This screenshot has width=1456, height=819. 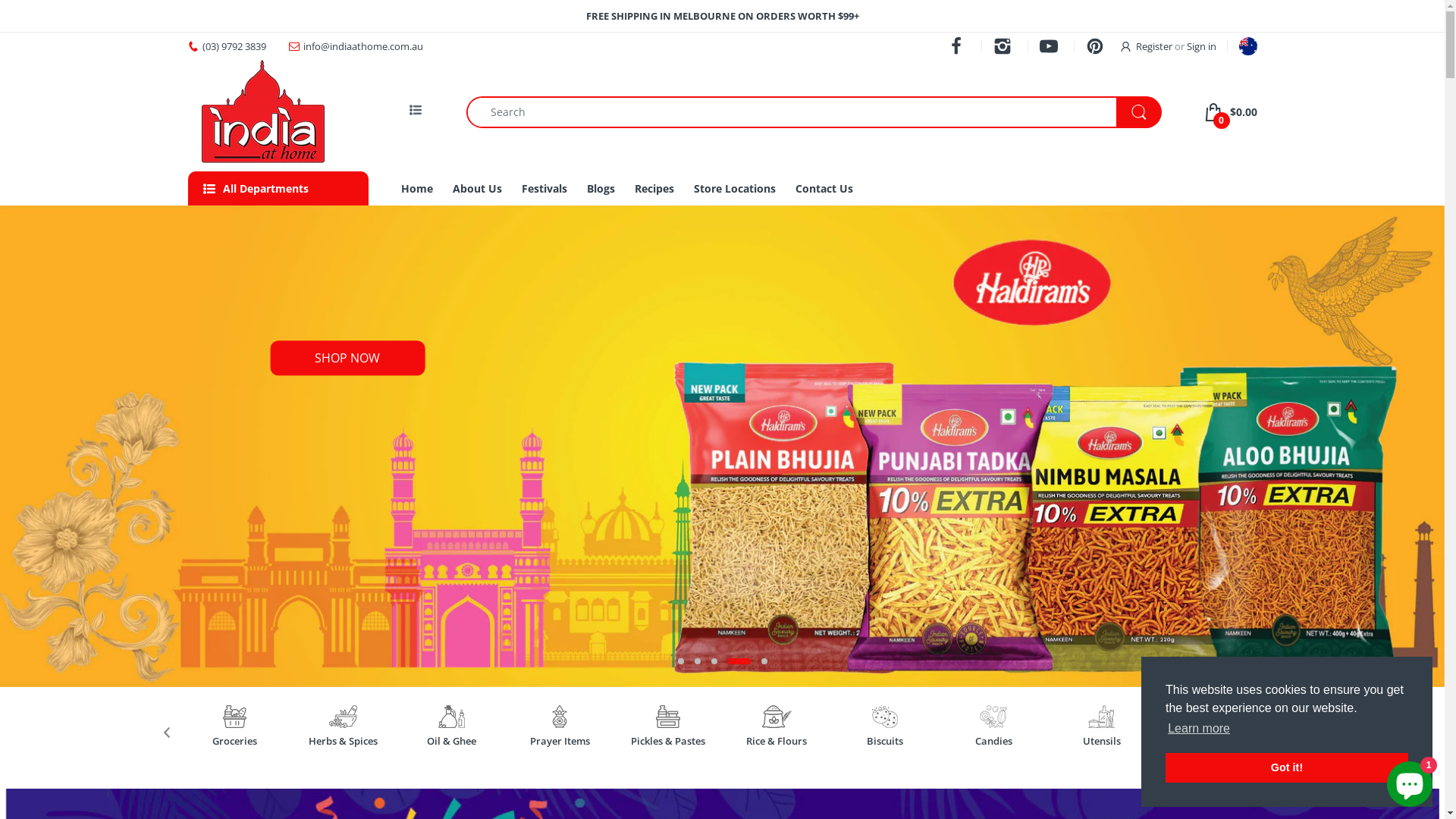 What do you see at coordinates (1185, 45) in the screenshot?
I see `'Sign in'` at bounding box center [1185, 45].